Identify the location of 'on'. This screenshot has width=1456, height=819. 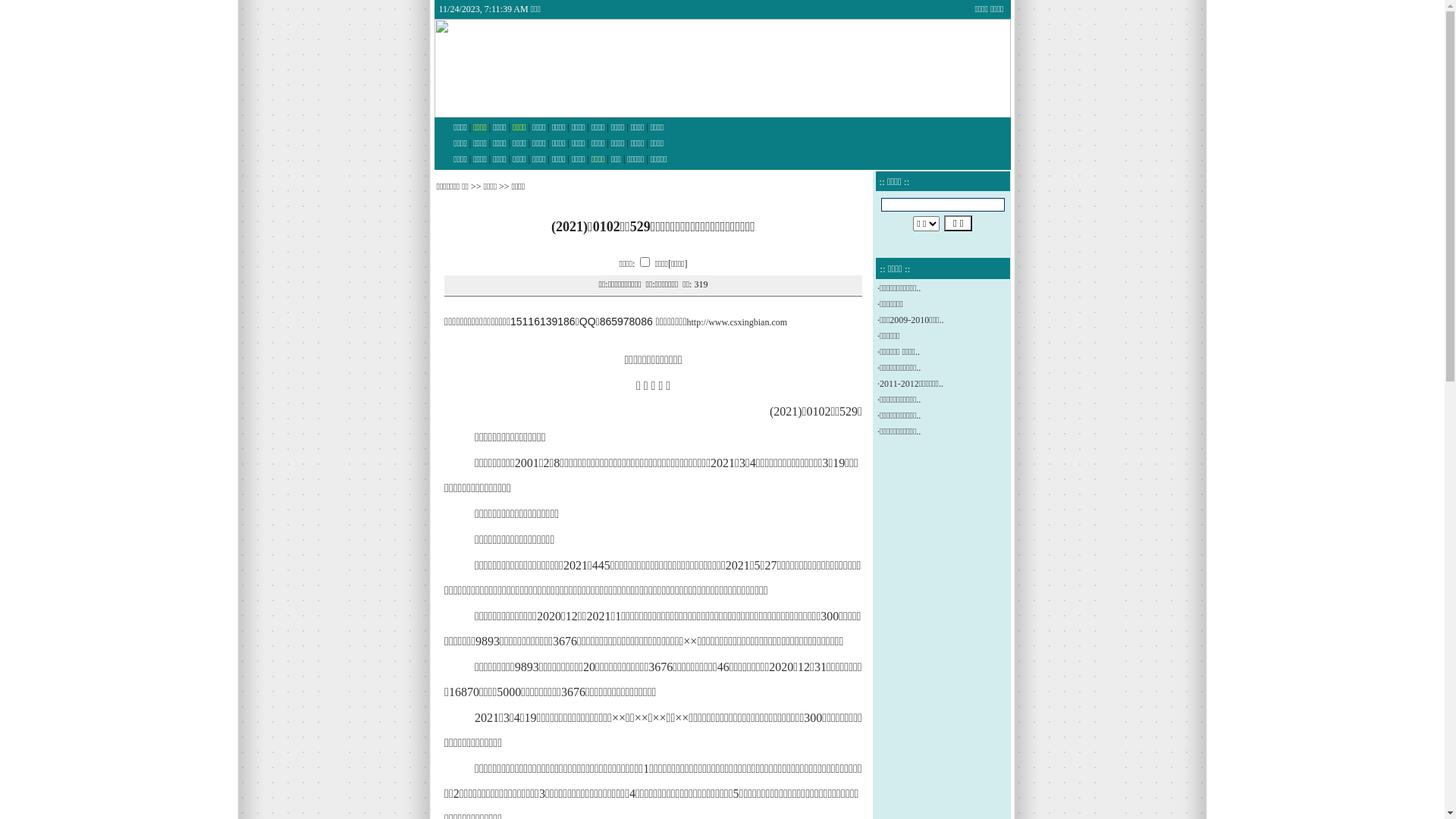
(640, 260).